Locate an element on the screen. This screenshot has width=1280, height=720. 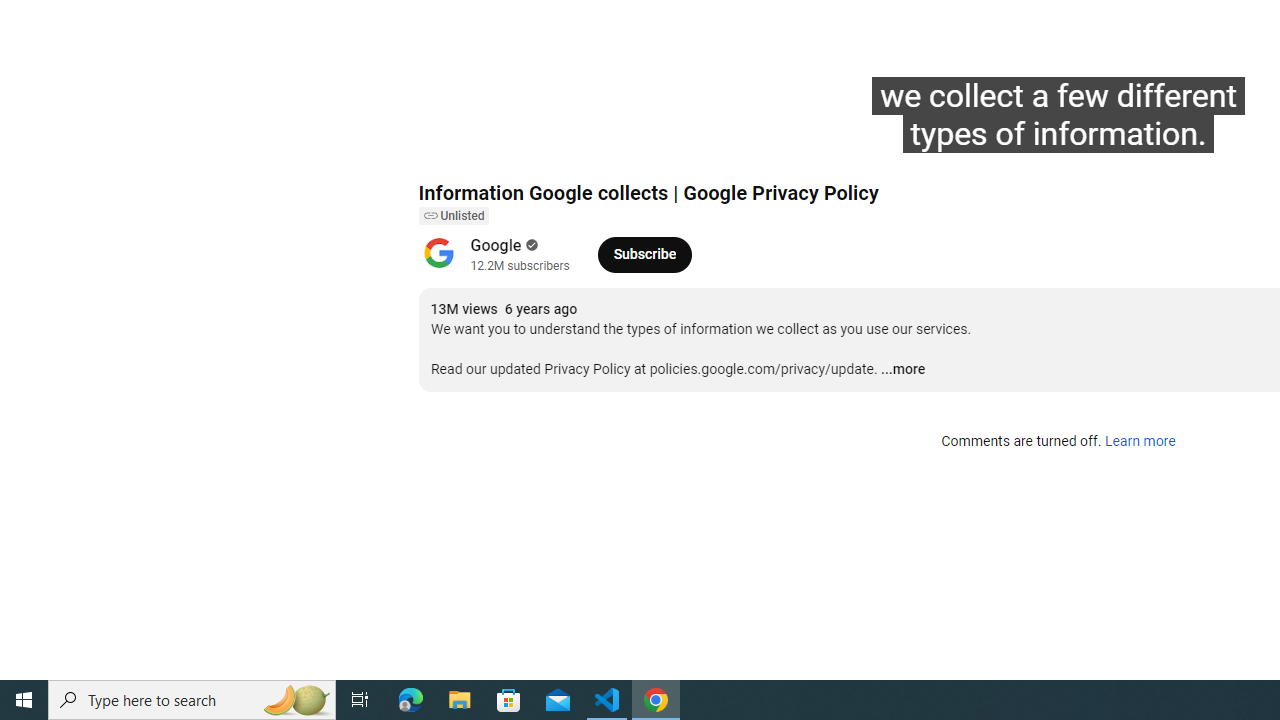
'Verified' is located at coordinates (530, 244).